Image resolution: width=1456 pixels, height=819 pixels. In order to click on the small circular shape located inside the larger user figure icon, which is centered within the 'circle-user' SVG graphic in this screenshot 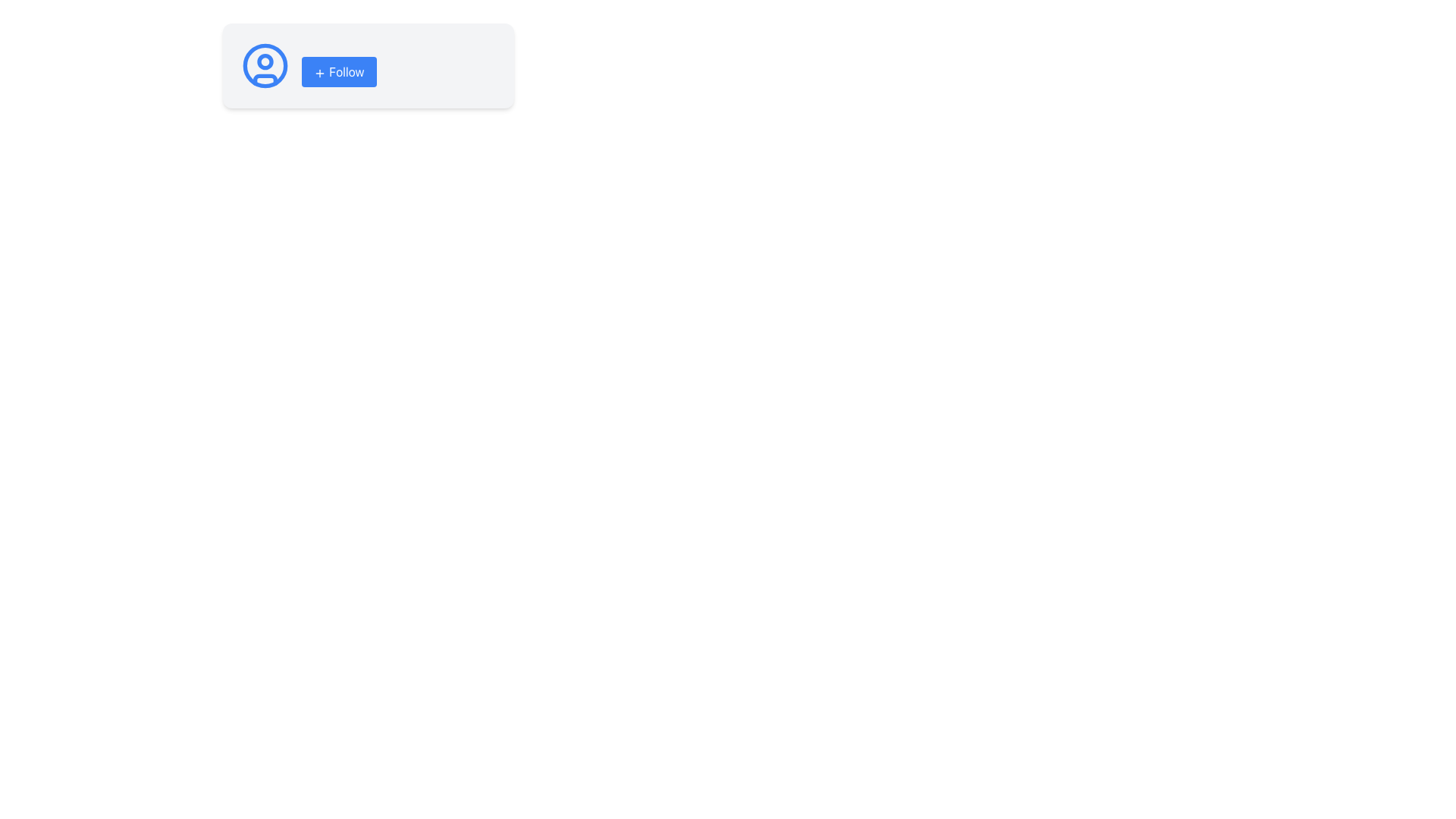, I will do `click(265, 61)`.